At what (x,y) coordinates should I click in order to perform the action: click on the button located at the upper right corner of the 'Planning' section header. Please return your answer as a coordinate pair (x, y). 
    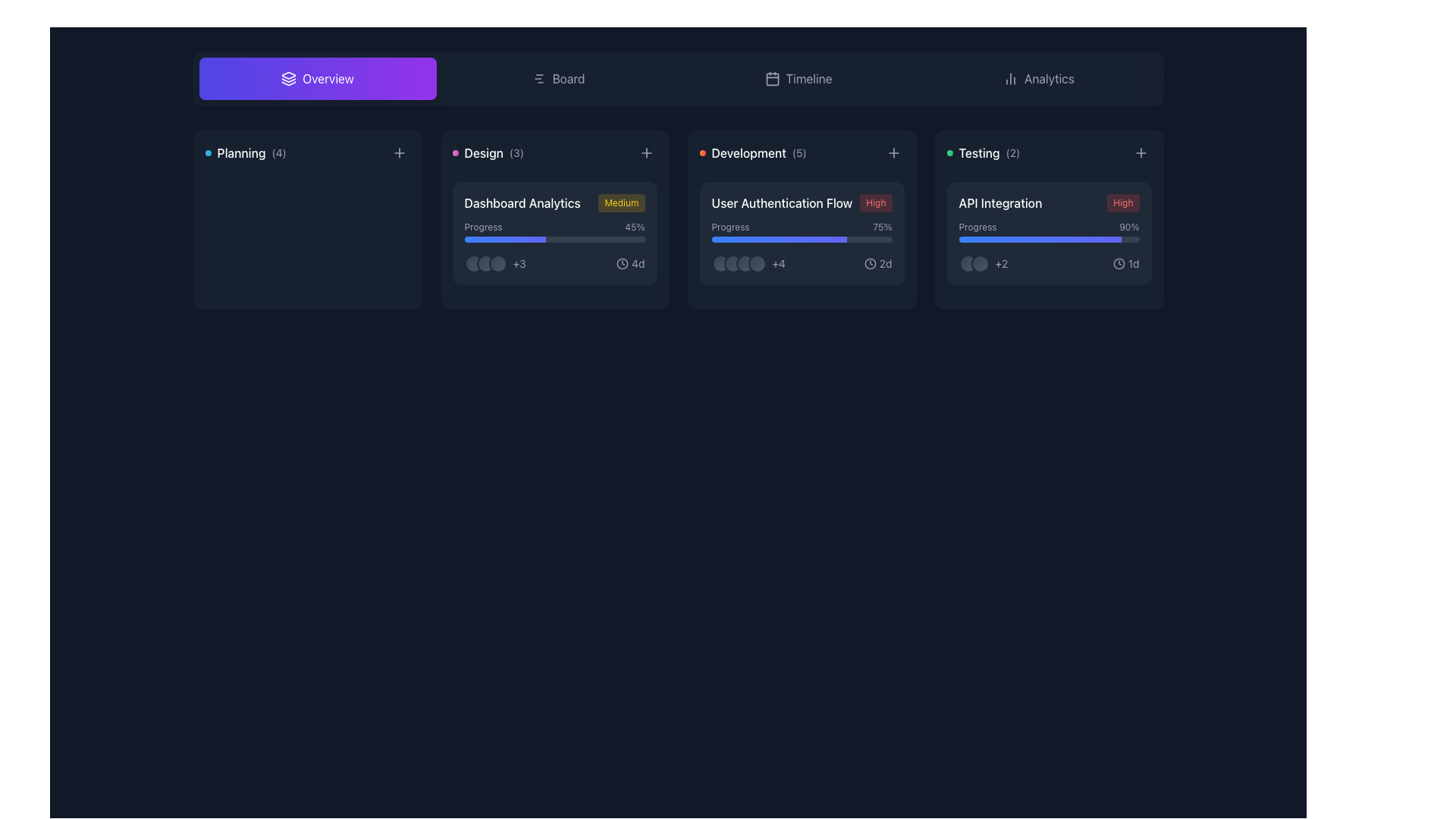
    Looking at the image, I should click on (399, 152).